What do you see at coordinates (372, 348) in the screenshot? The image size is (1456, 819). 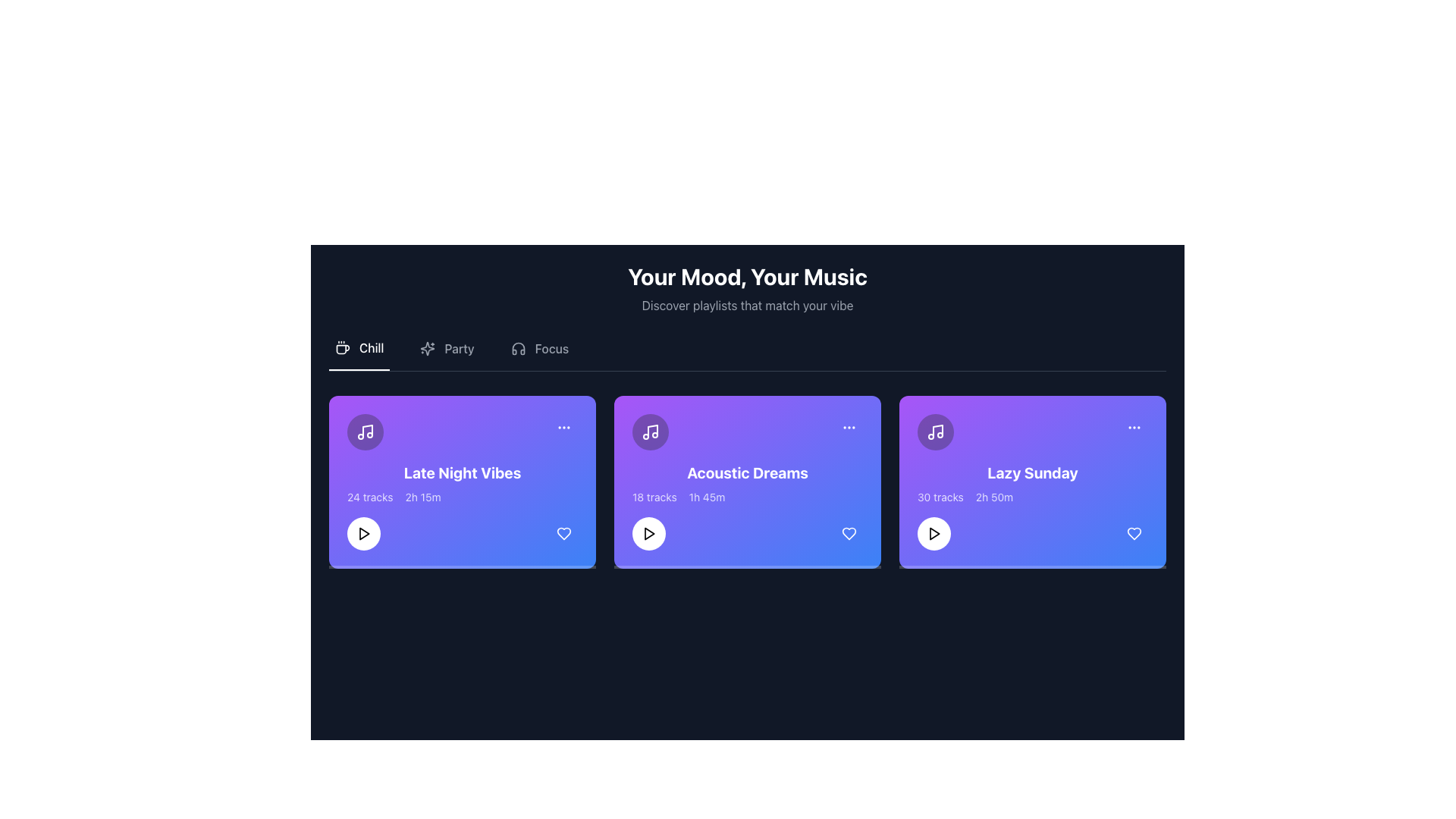 I see `the 'Chill' text label in the navigation bar` at bounding box center [372, 348].